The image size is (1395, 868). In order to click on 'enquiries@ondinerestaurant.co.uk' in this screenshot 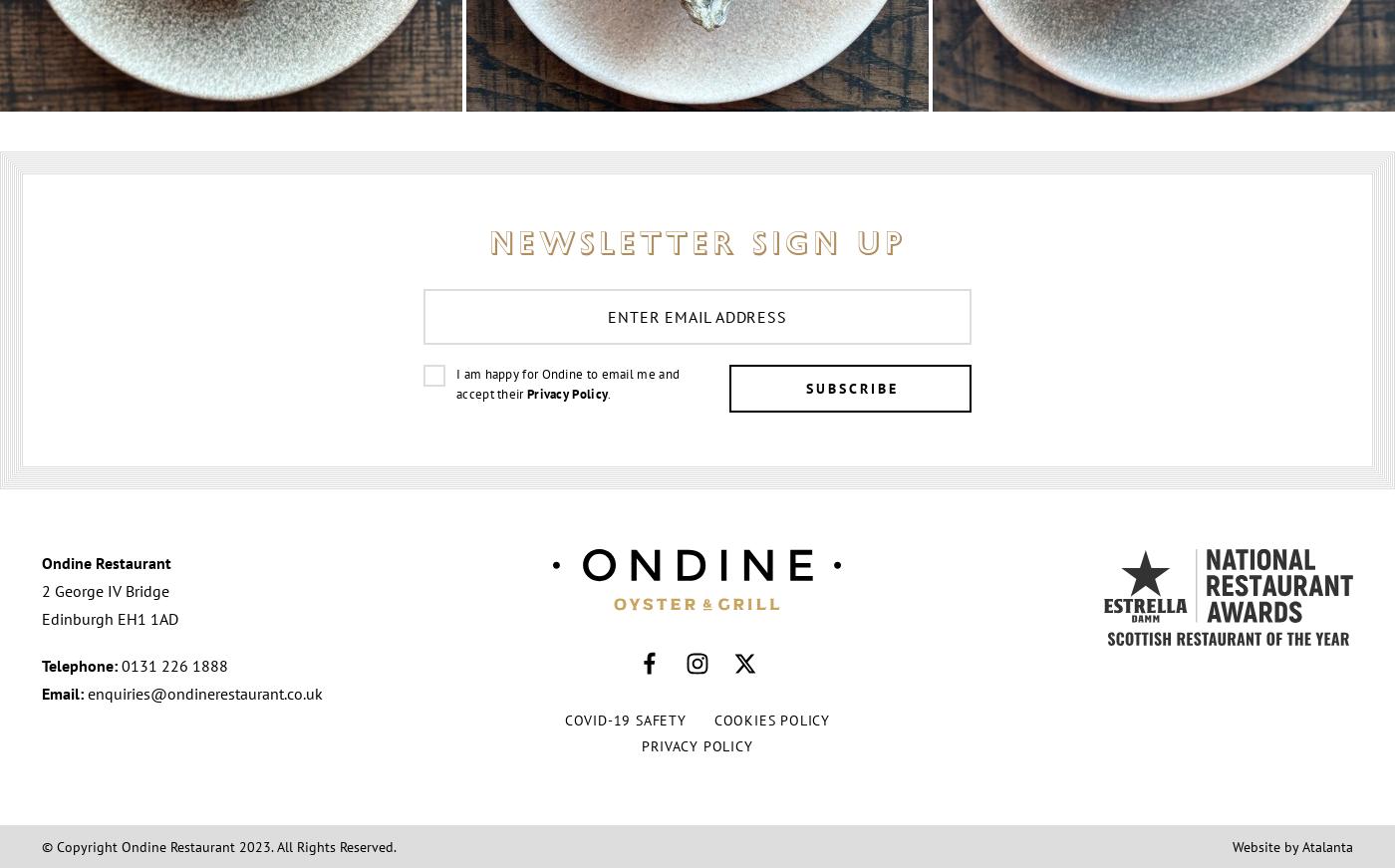, I will do `click(204, 693)`.